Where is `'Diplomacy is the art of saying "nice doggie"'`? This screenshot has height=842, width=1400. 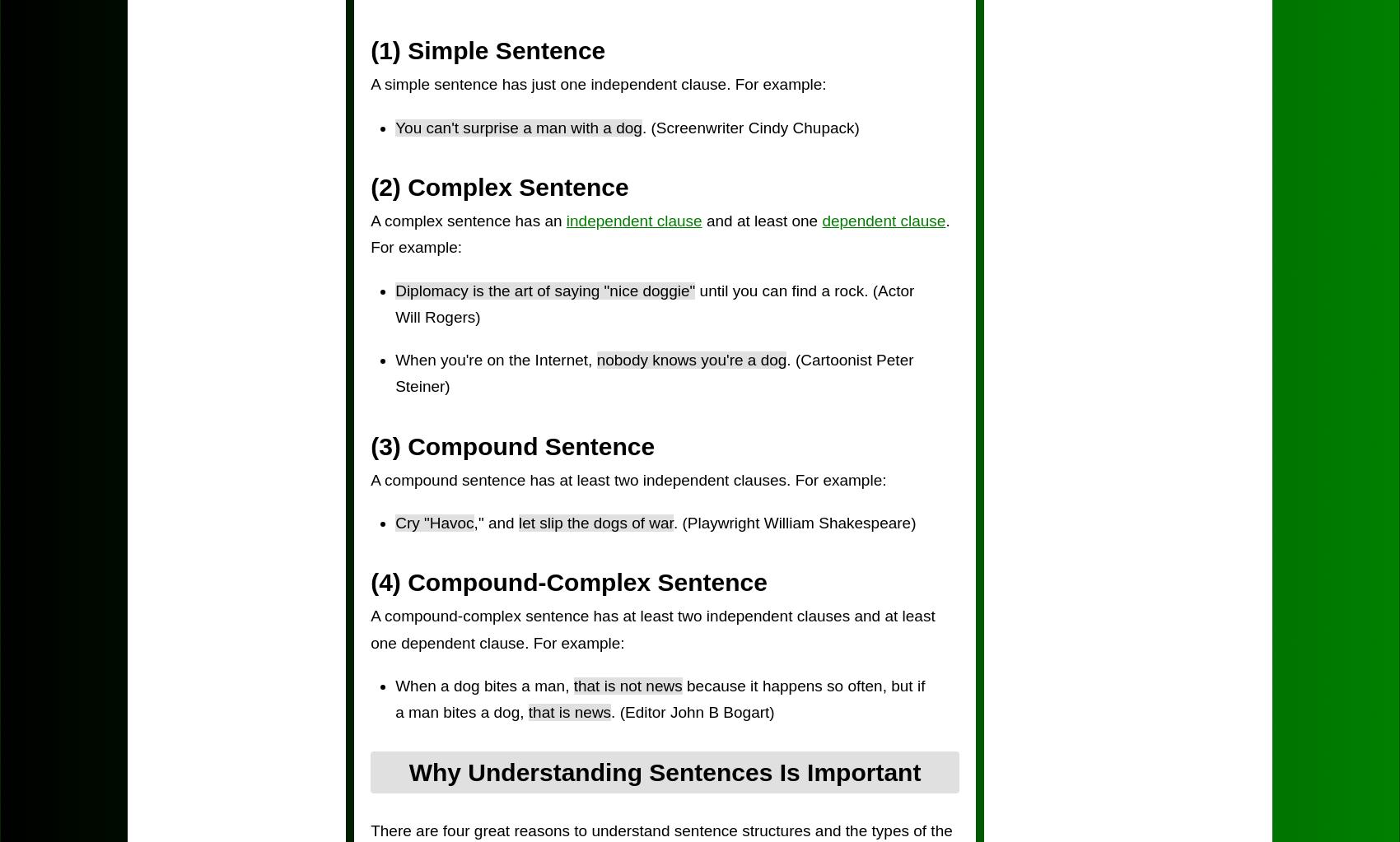
'Diplomacy is the art of saying "nice doggie"' is located at coordinates (395, 290).